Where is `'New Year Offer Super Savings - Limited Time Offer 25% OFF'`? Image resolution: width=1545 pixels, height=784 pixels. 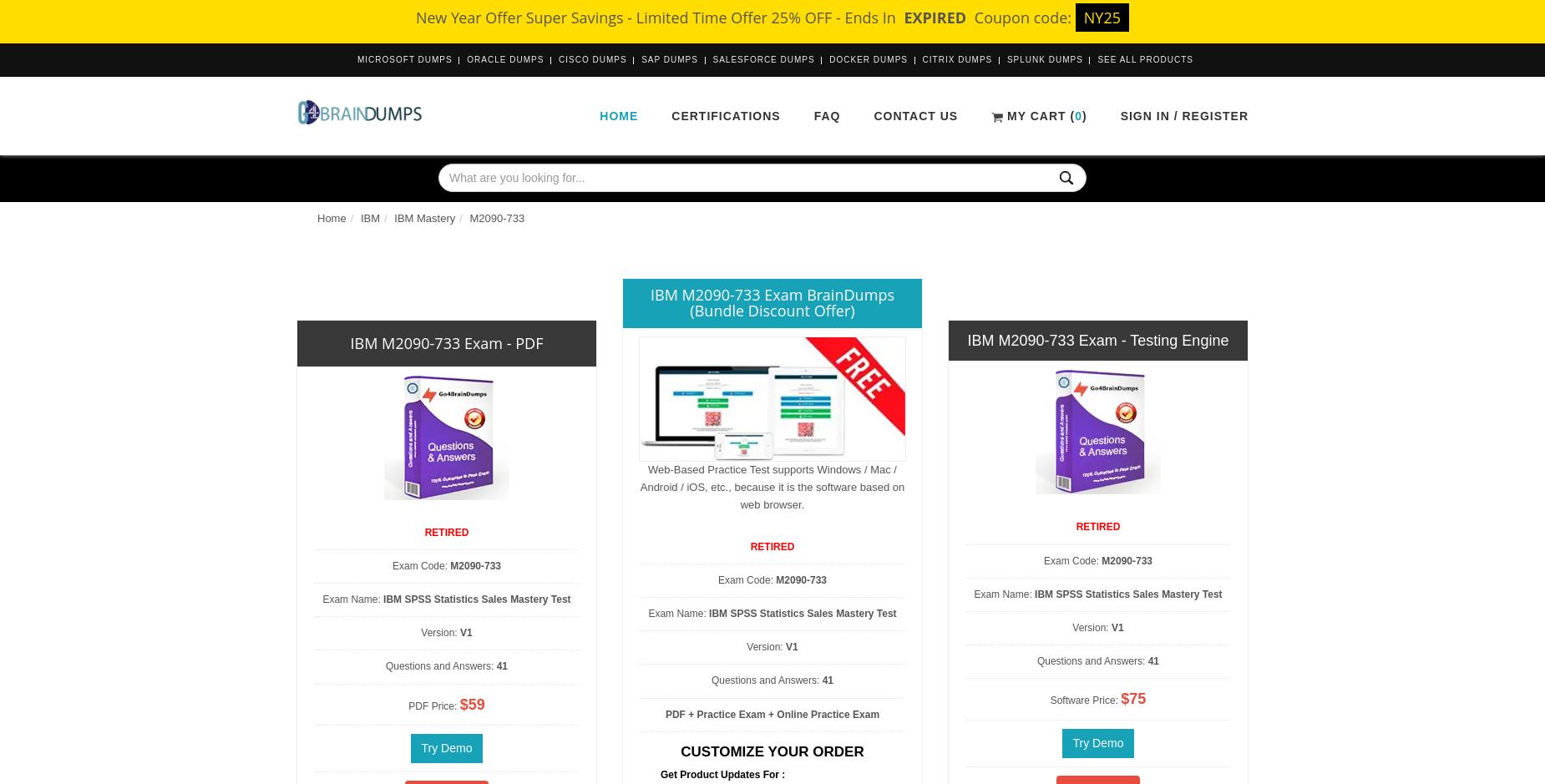 'New Year Offer Super Savings - Limited Time Offer 25% OFF' is located at coordinates (624, 18).